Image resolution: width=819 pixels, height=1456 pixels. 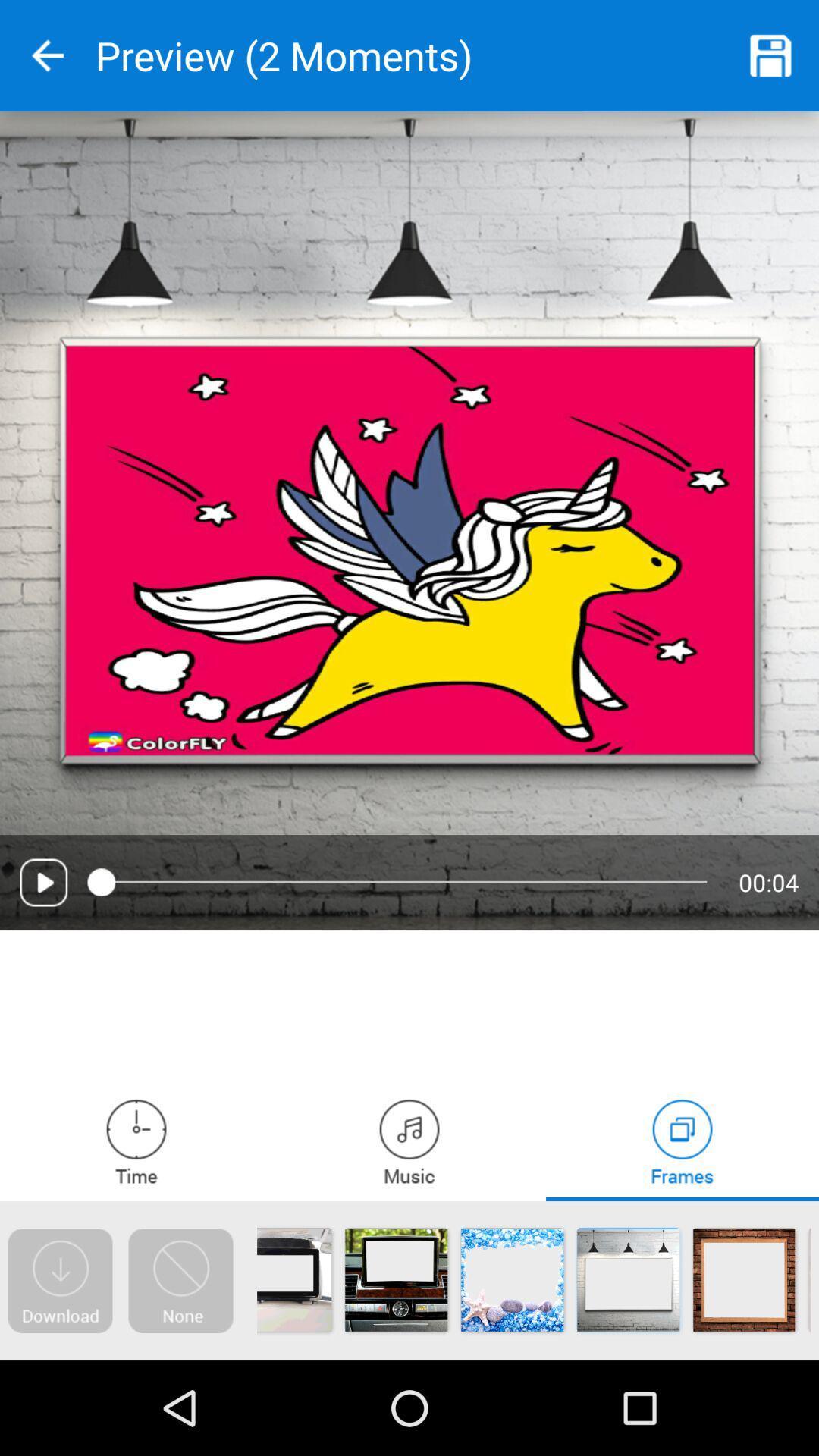 I want to click on frames option, so click(x=681, y=1141).